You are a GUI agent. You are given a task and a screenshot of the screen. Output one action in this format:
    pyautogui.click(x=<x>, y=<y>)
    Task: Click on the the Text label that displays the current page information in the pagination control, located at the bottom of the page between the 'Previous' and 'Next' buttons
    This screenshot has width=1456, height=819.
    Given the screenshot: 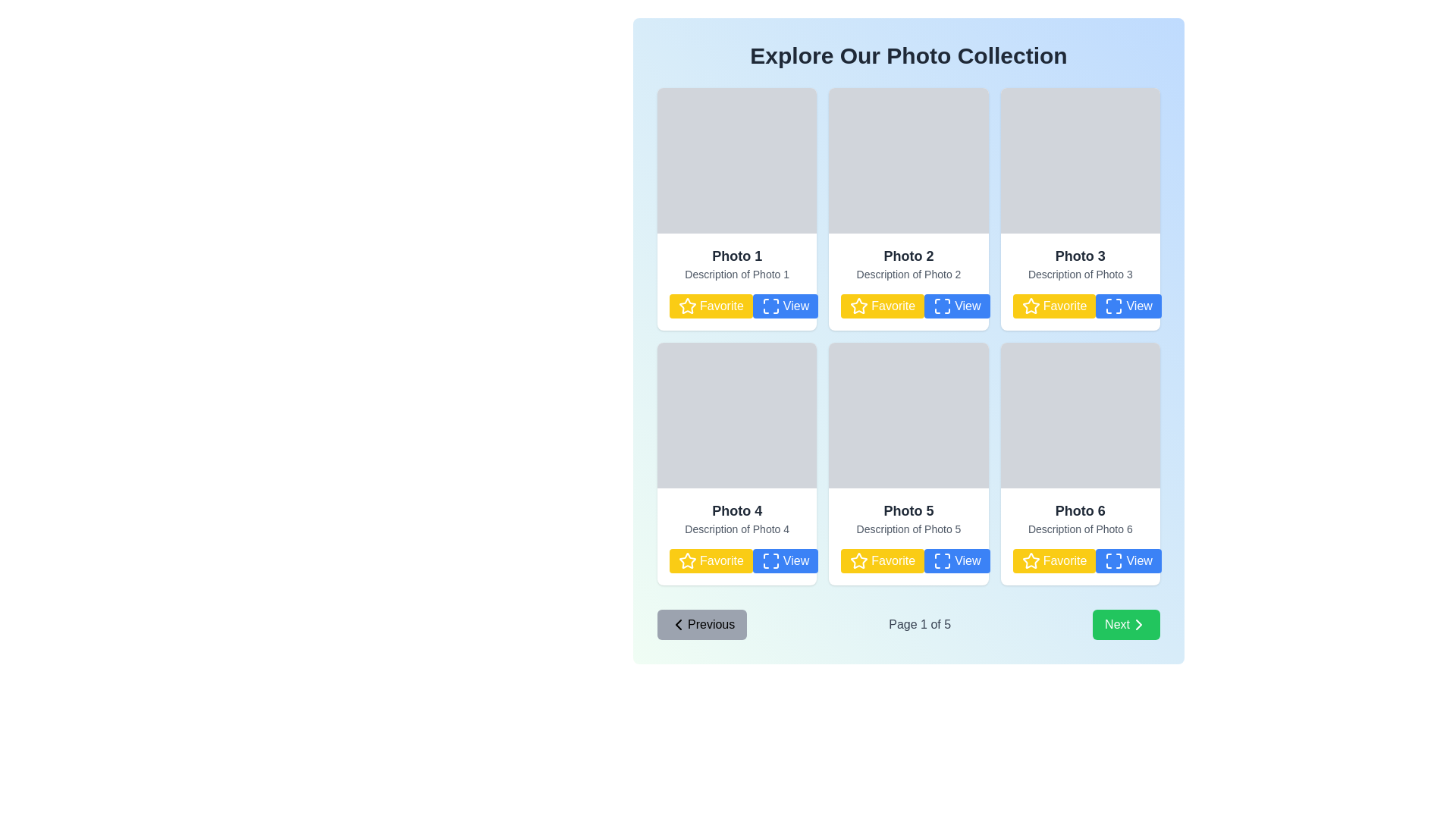 What is the action you would take?
    pyautogui.click(x=919, y=625)
    